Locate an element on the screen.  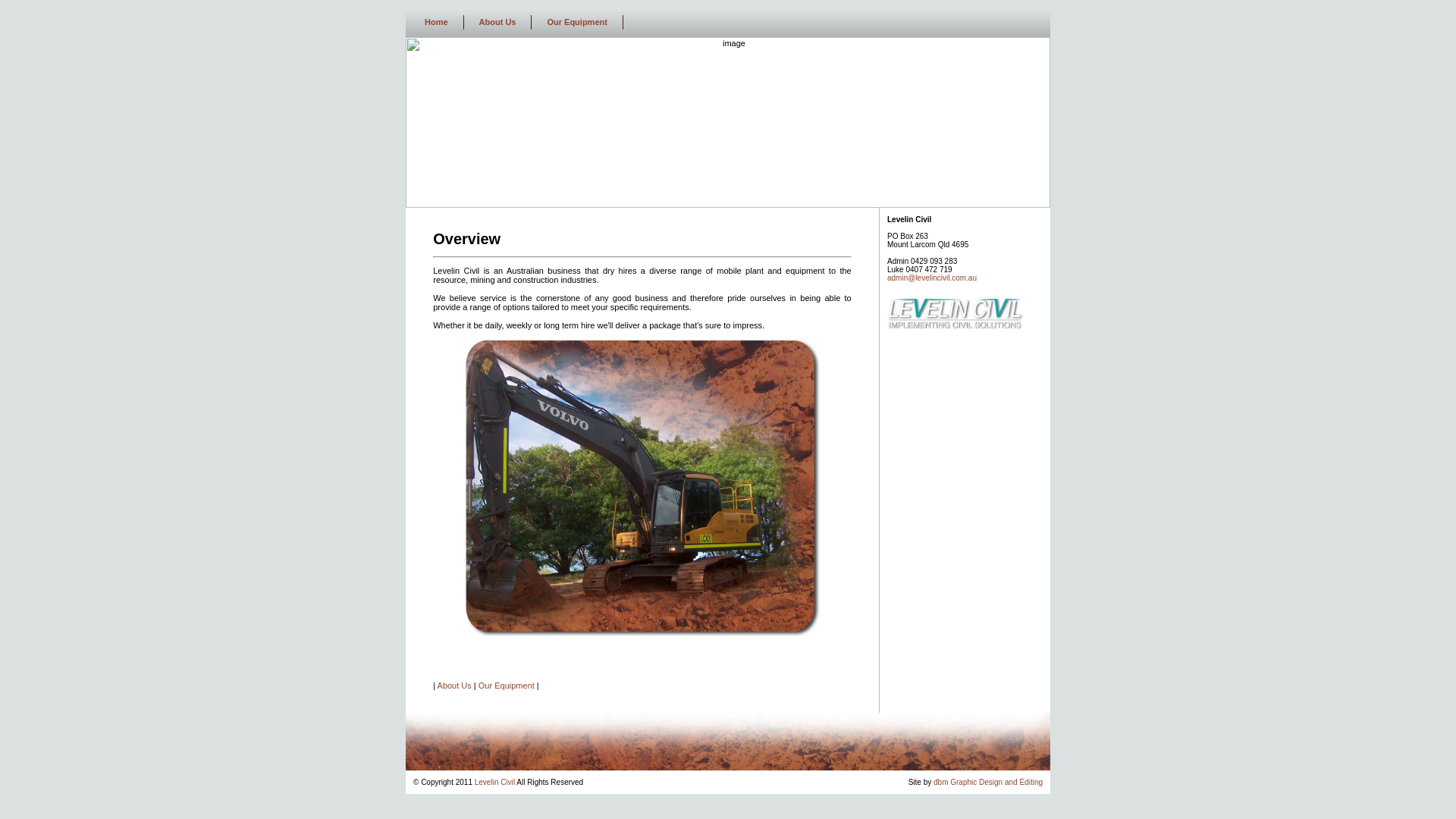
'Our Equipment' is located at coordinates (506, 685).